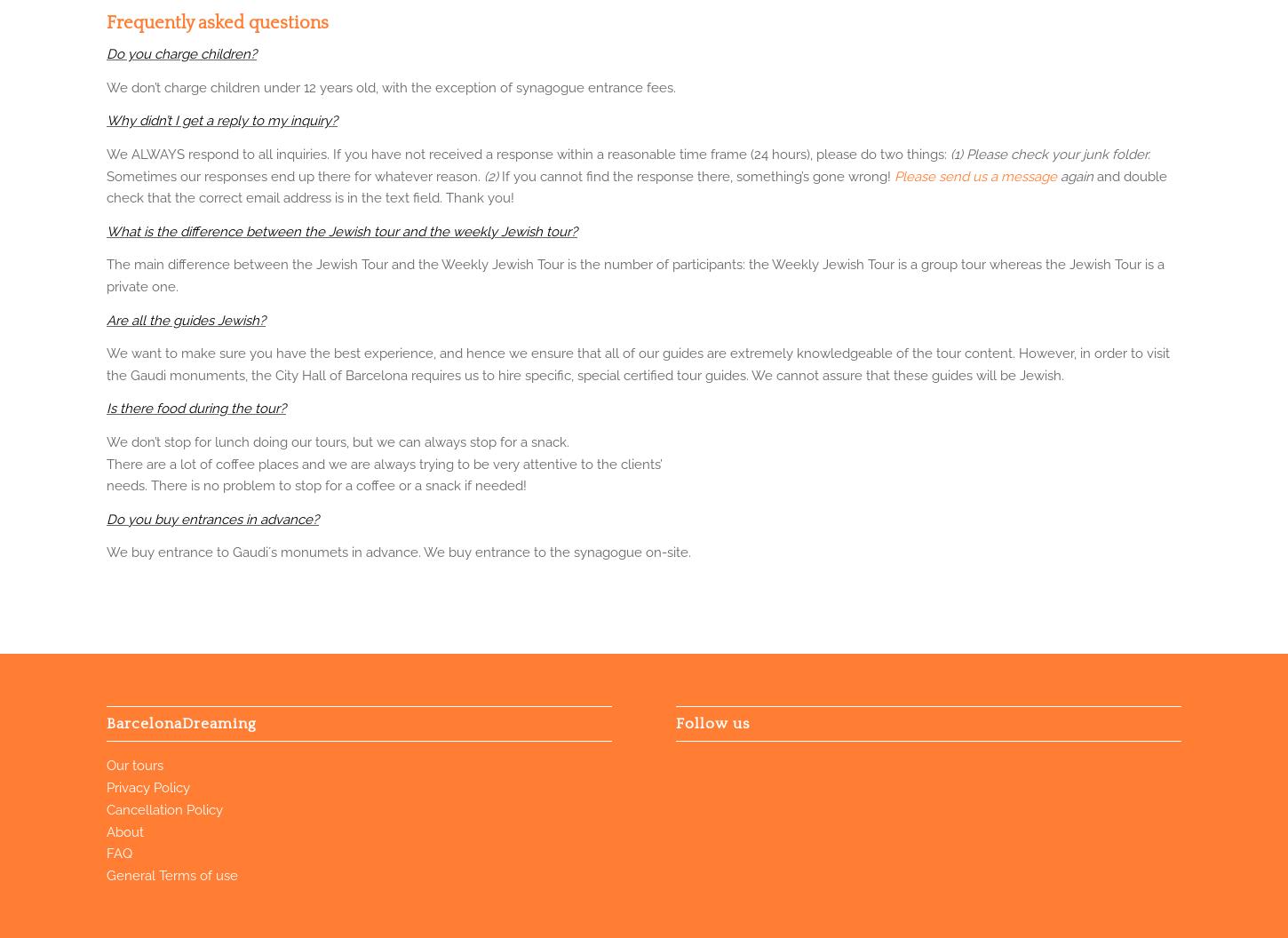  What do you see at coordinates (107, 462) in the screenshot?
I see `'There are a lot of coffee places and we are always trying to be very attentive to the clients’'` at bounding box center [107, 462].